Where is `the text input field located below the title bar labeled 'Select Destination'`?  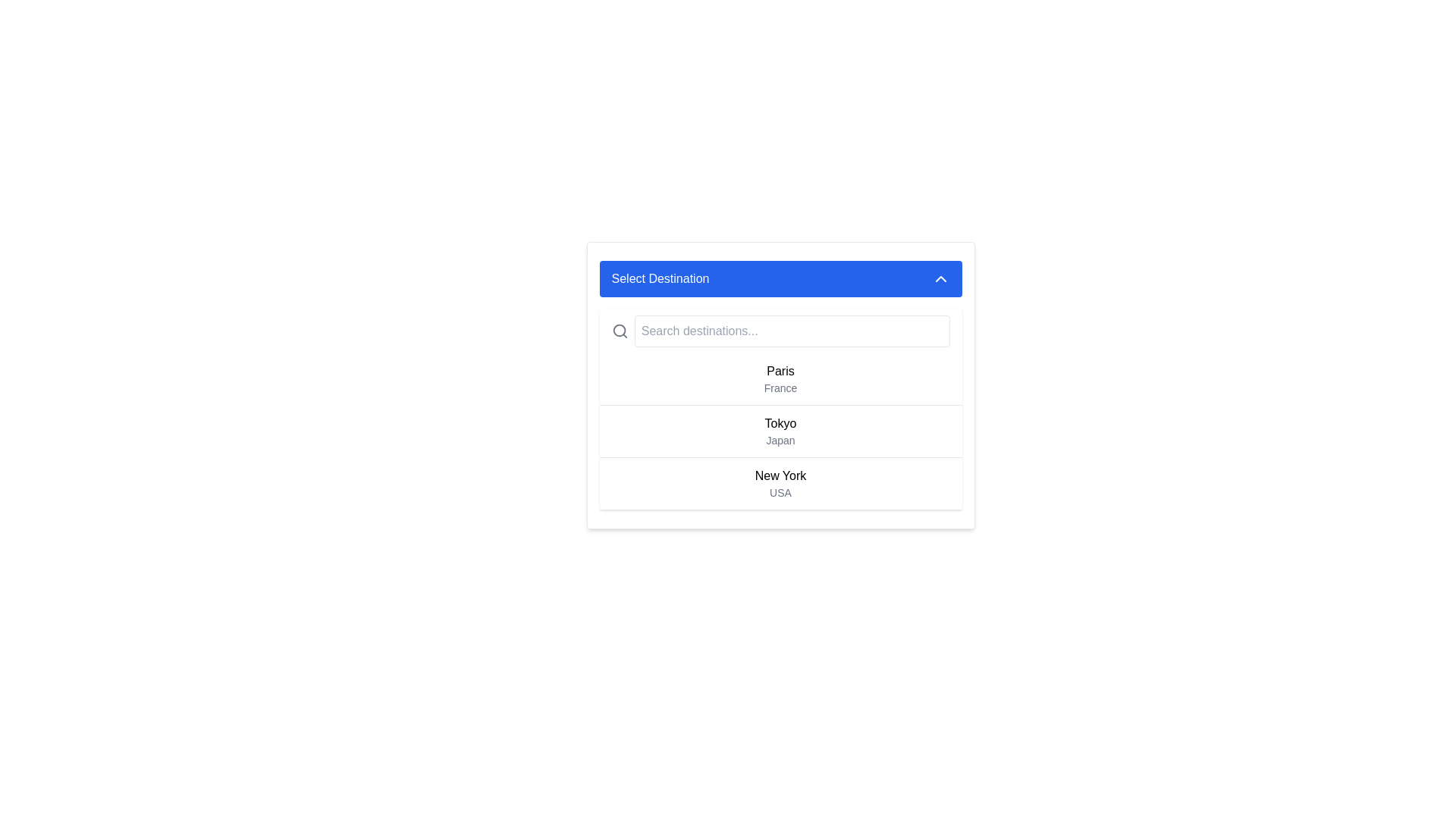 the text input field located below the title bar labeled 'Select Destination' is located at coordinates (780, 330).